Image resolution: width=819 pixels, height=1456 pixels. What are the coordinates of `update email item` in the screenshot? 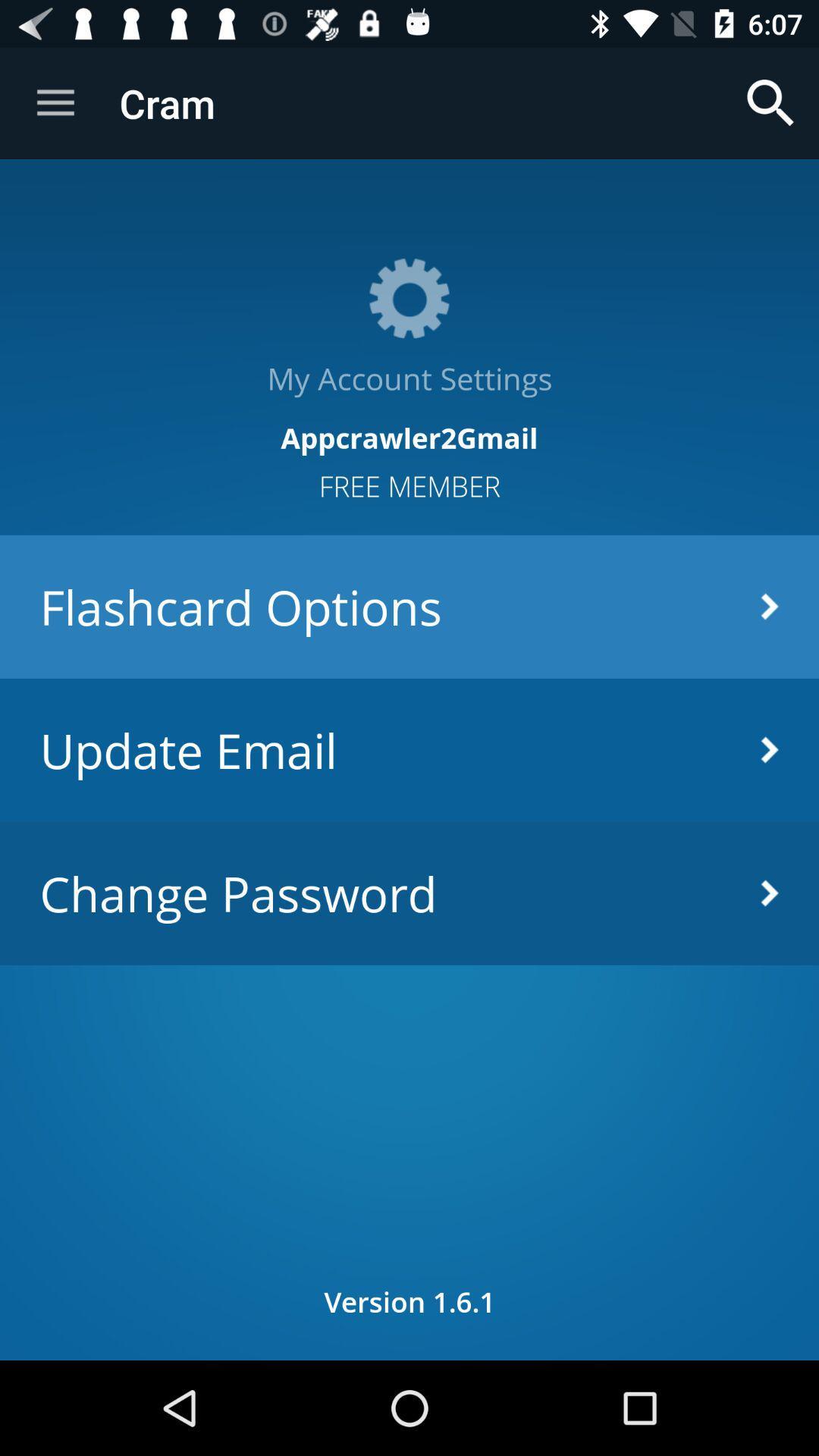 It's located at (409, 750).